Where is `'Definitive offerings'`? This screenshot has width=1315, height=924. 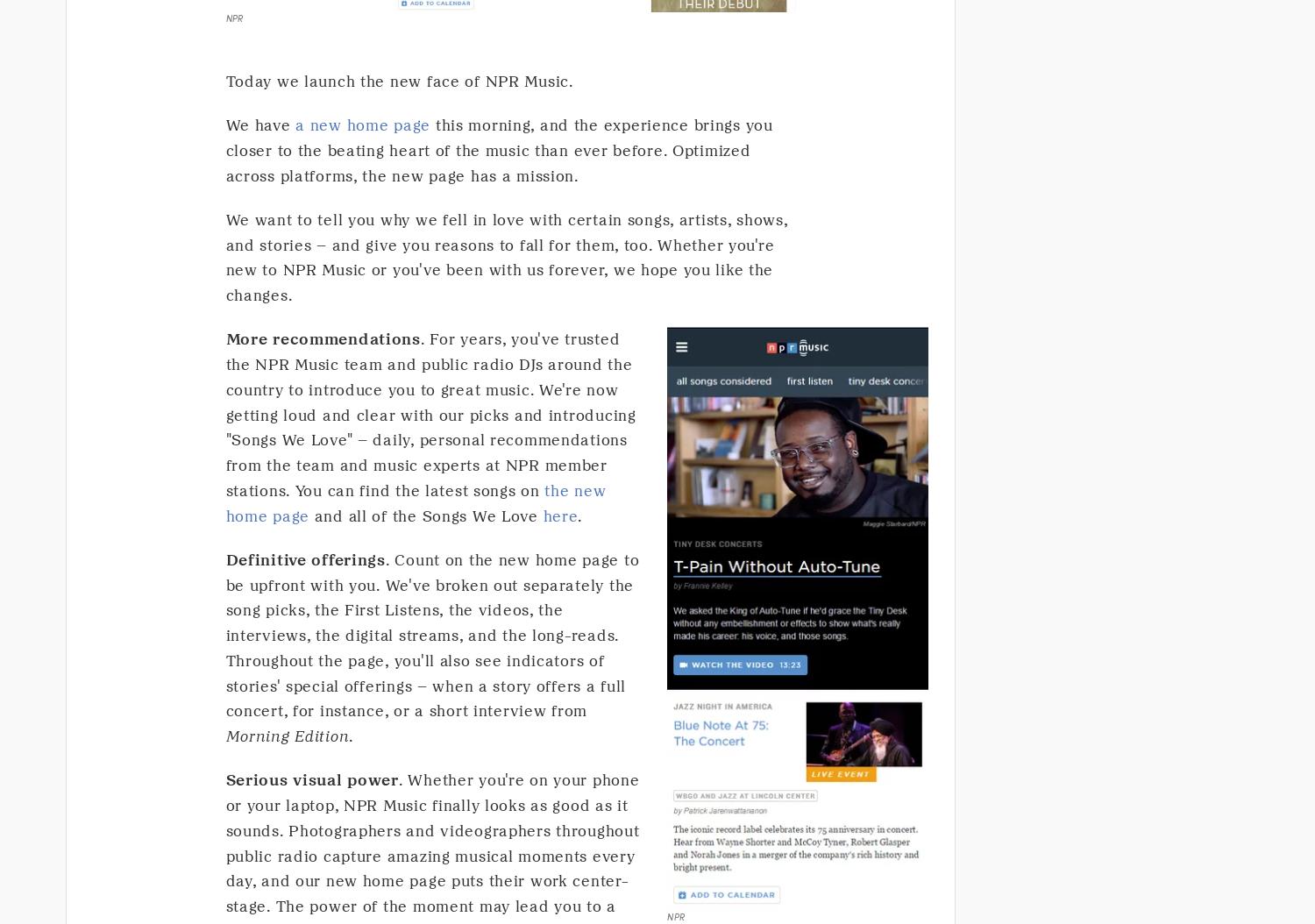 'Definitive offerings' is located at coordinates (304, 558).